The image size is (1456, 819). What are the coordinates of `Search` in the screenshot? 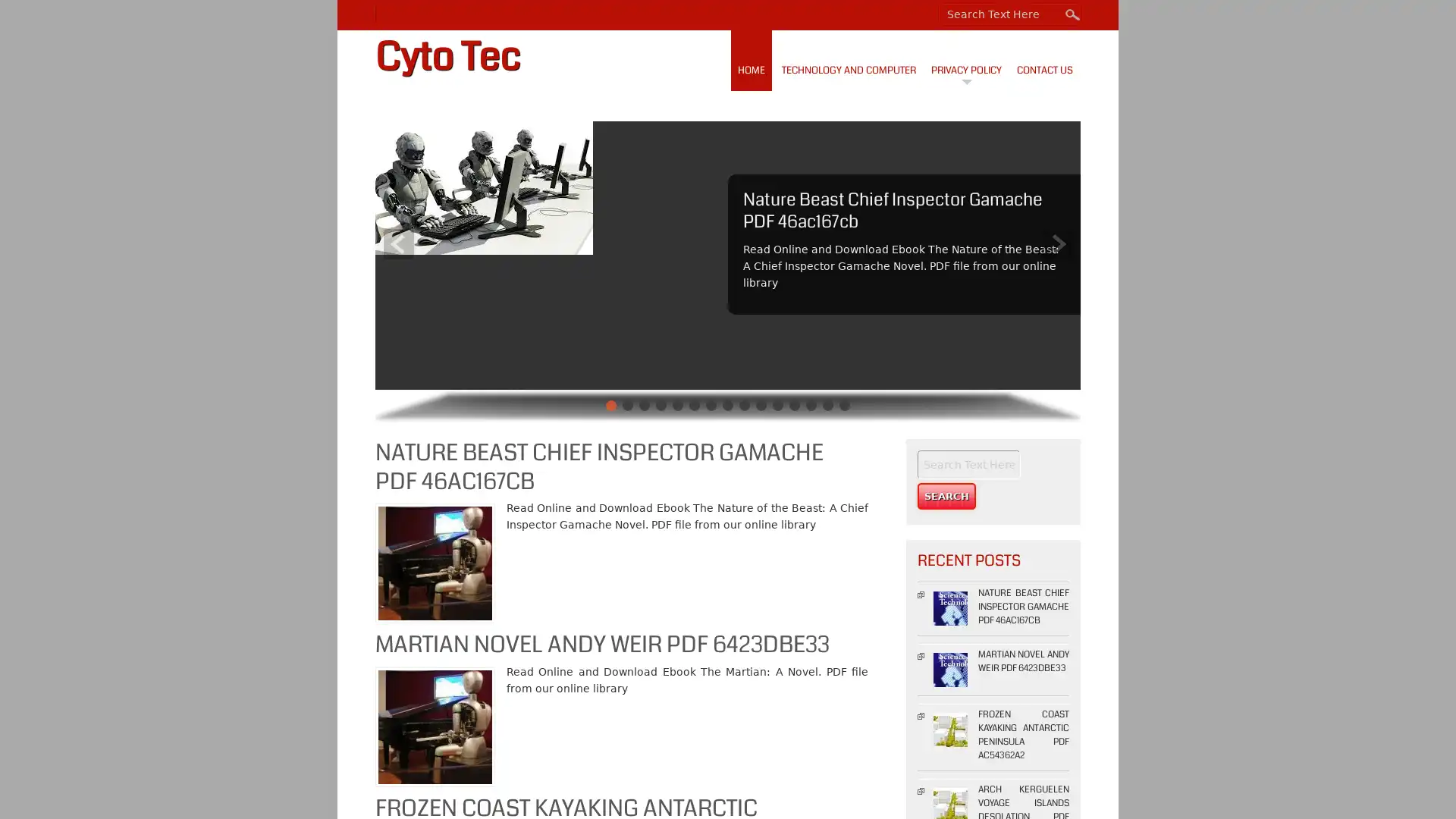 It's located at (946, 496).